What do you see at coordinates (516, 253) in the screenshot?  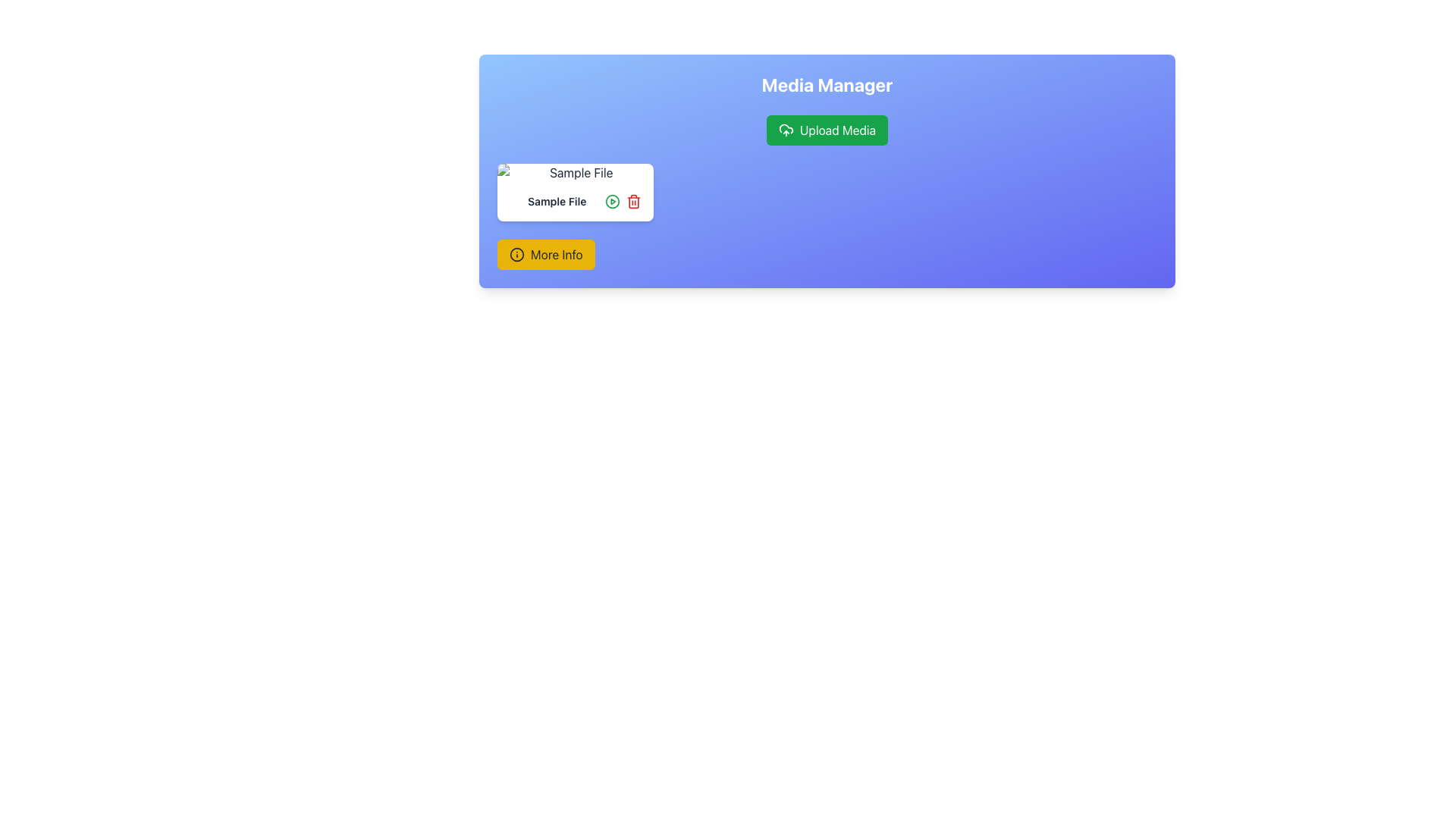 I see `the circular information icon located within the 'More Info' yellow button on the left side of the application interface` at bounding box center [516, 253].